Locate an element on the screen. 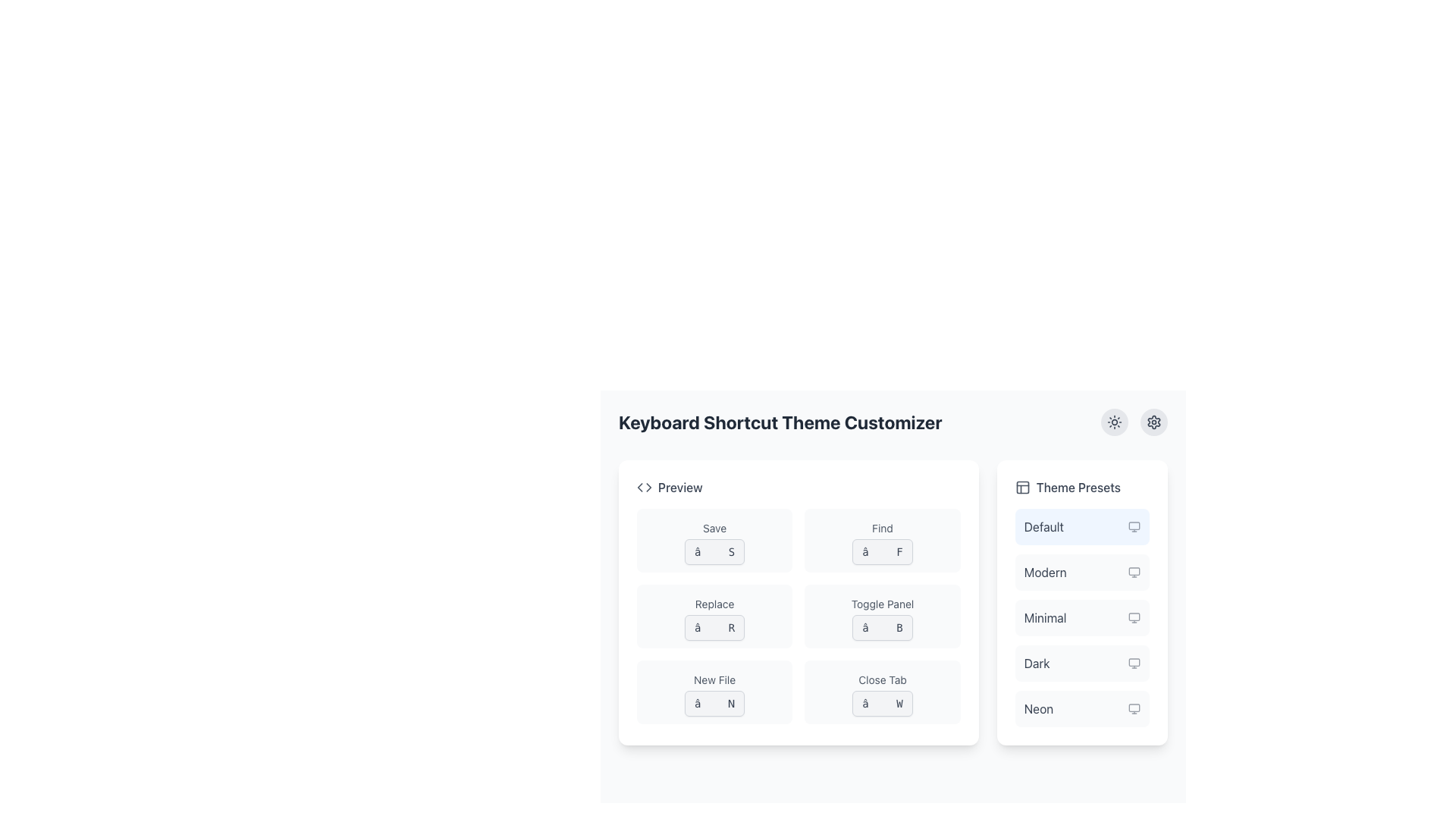 The width and height of the screenshot is (1456, 819). the 'Save' label which describes the action associated with the button below it, located at the left-middle area of the application interface is located at coordinates (714, 528).